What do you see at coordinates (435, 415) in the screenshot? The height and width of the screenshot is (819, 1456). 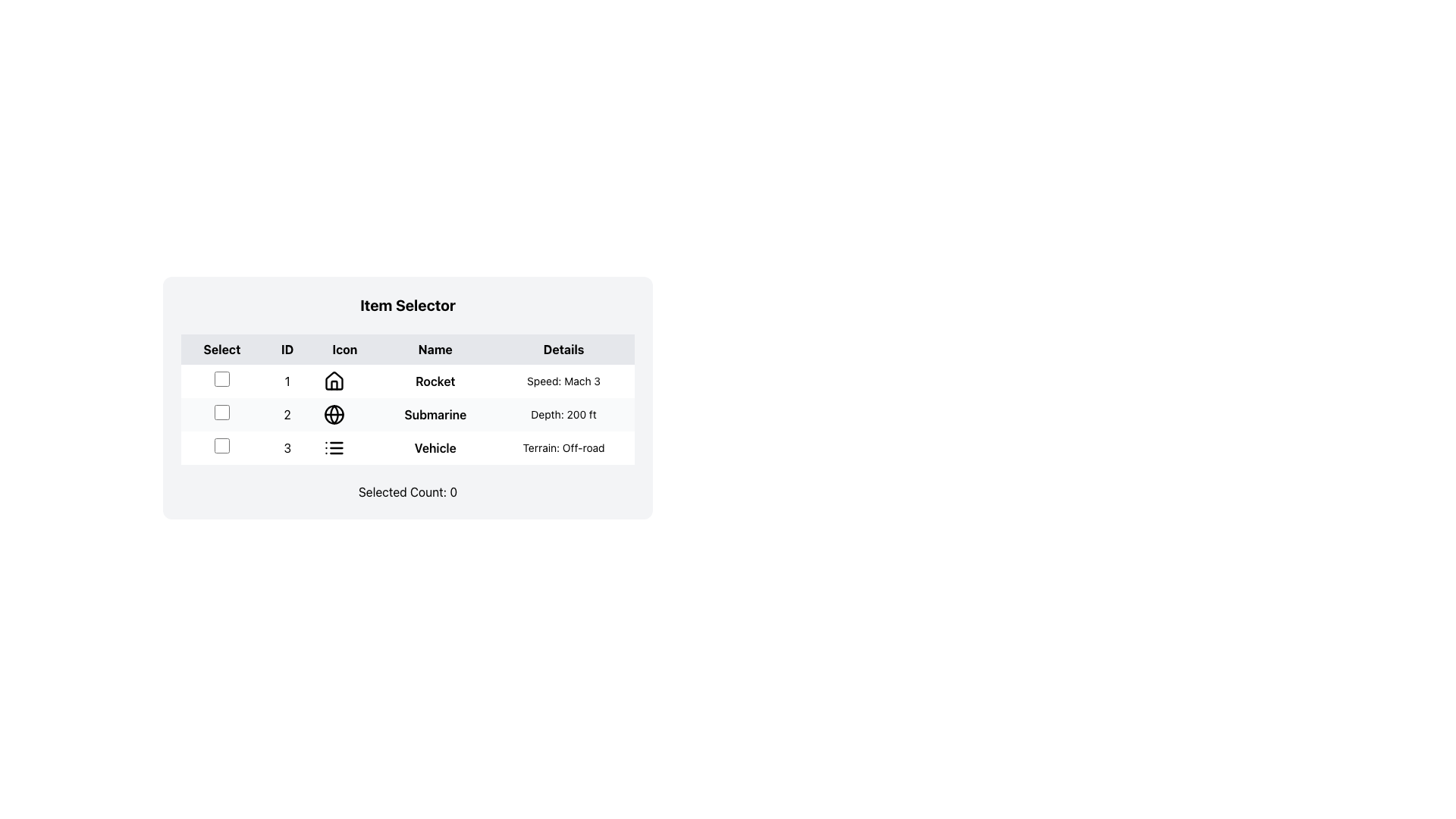 I see `the text label located in the second row of the table under the 'Name' column, which serves as the title for the second item in the list` at bounding box center [435, 415].